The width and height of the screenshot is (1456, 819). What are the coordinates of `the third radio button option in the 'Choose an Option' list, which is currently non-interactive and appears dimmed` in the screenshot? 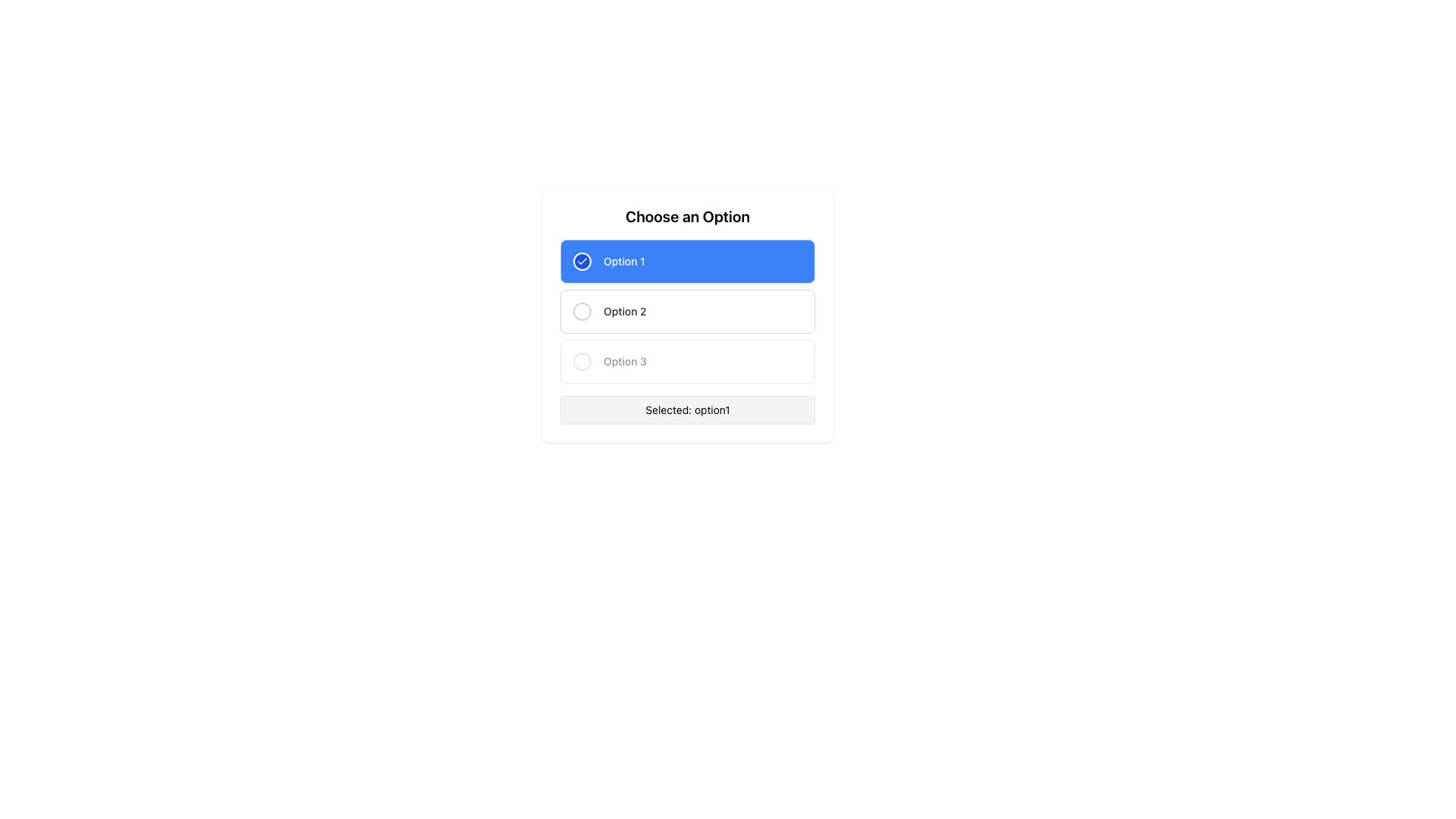 It's located at (687, 362).